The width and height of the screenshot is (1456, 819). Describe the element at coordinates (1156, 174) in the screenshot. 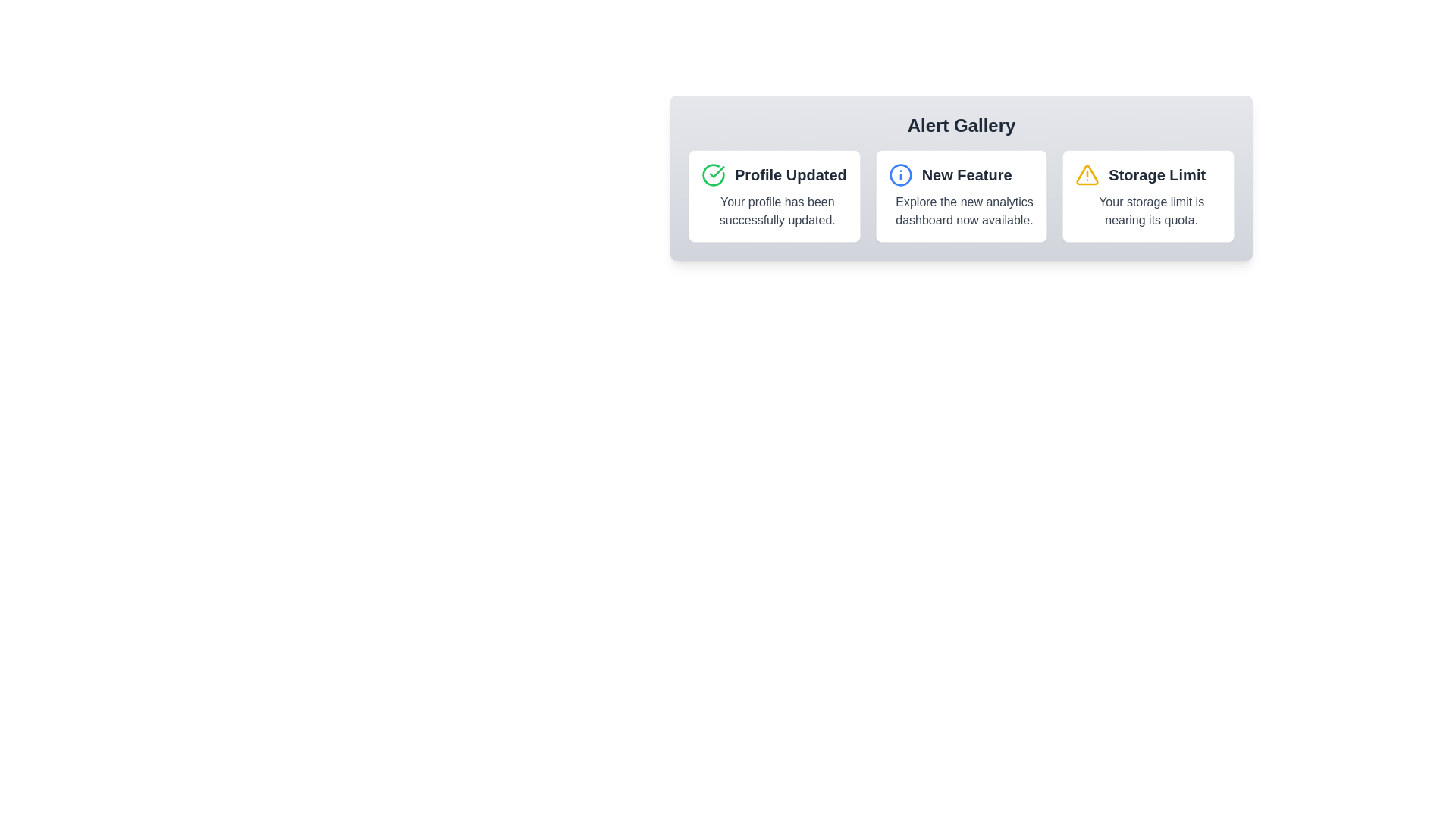

I see `the 'Storage Limit' text label which is part of an alert message in the 'Alert Gallery' section, located in the third column, following a warning icon` at that location.